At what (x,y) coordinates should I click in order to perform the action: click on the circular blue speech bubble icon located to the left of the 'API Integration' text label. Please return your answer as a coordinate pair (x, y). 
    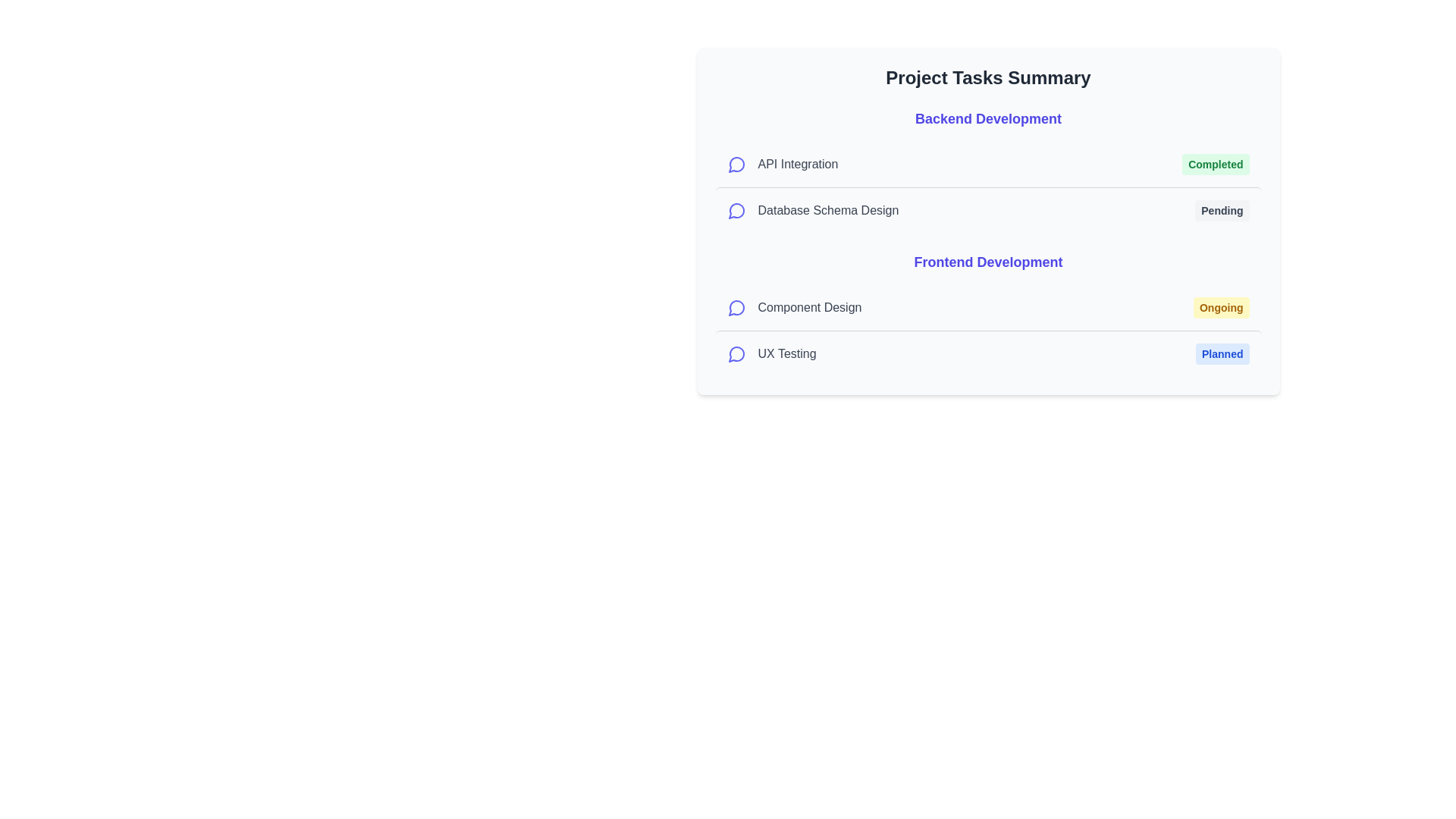
    Looking at the image, I should click on (736, 164).